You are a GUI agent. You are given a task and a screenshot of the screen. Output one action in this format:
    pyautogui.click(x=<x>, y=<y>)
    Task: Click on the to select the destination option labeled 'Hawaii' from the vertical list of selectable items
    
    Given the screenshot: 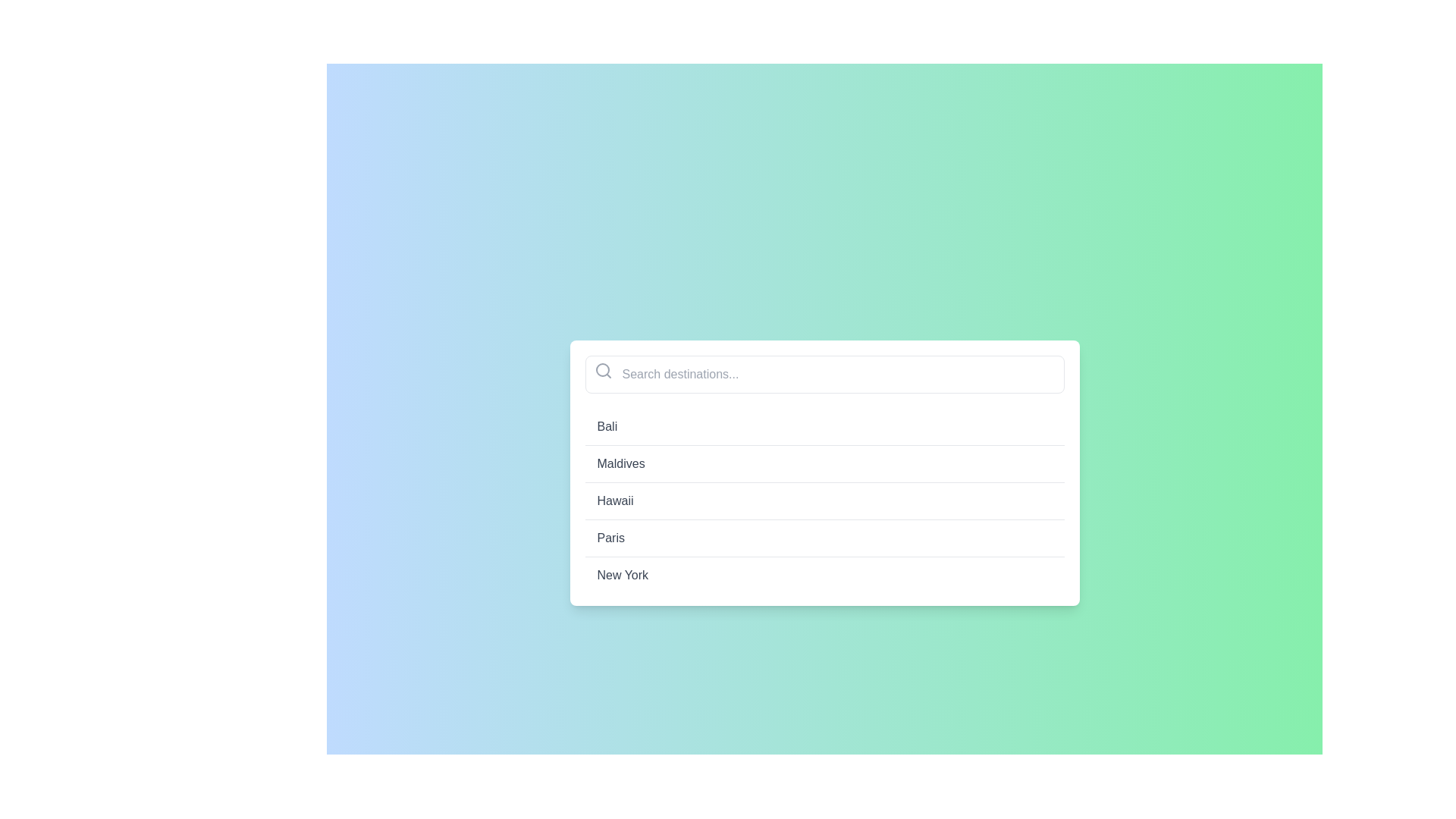 What is the action you would take?
    pyautogui.click(x=824, y=500)
    